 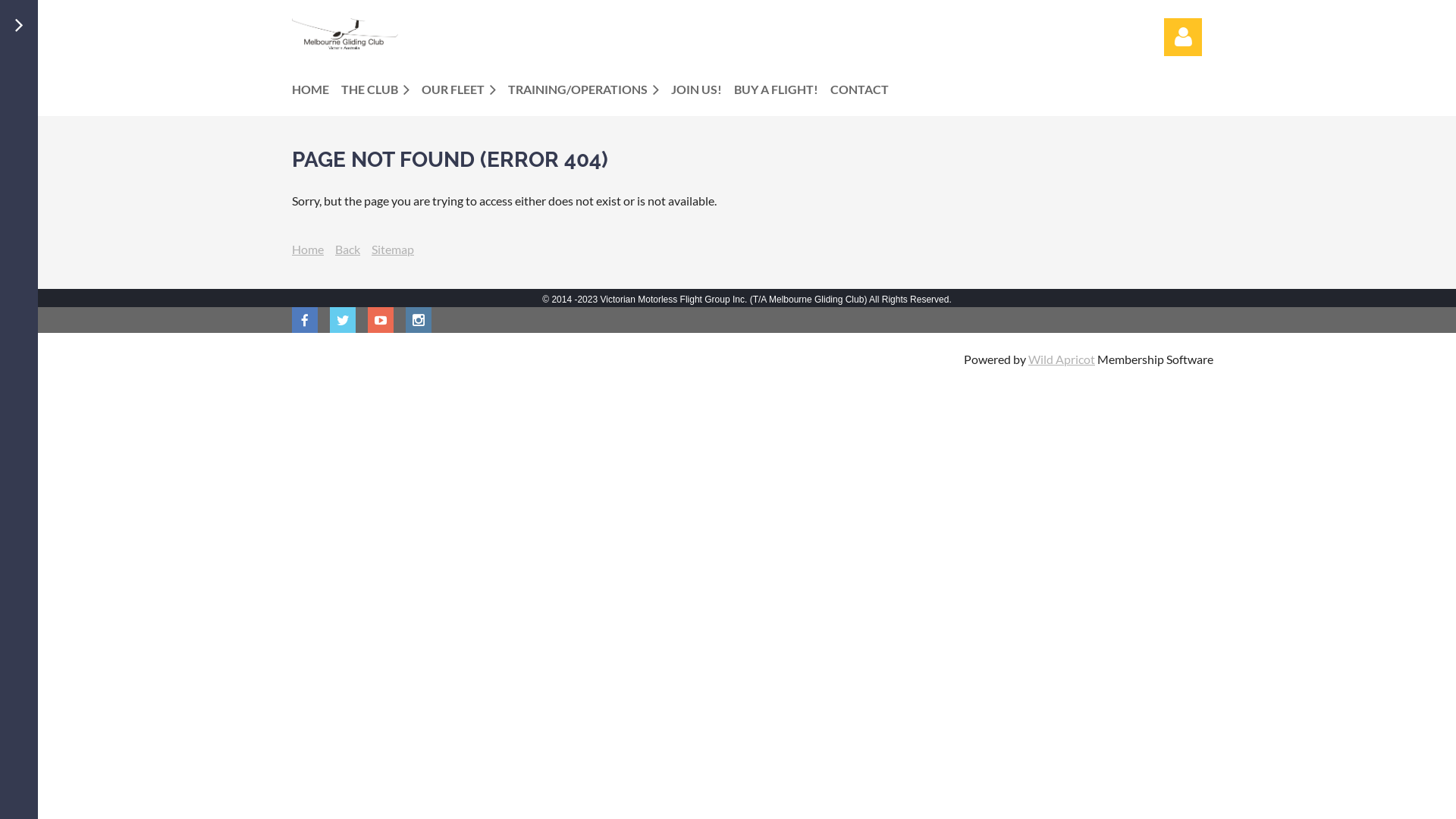 What do you see at coordinates (367, 318) in the screenshot?
I see `'YouTube'` at bounding box center [367, 318].